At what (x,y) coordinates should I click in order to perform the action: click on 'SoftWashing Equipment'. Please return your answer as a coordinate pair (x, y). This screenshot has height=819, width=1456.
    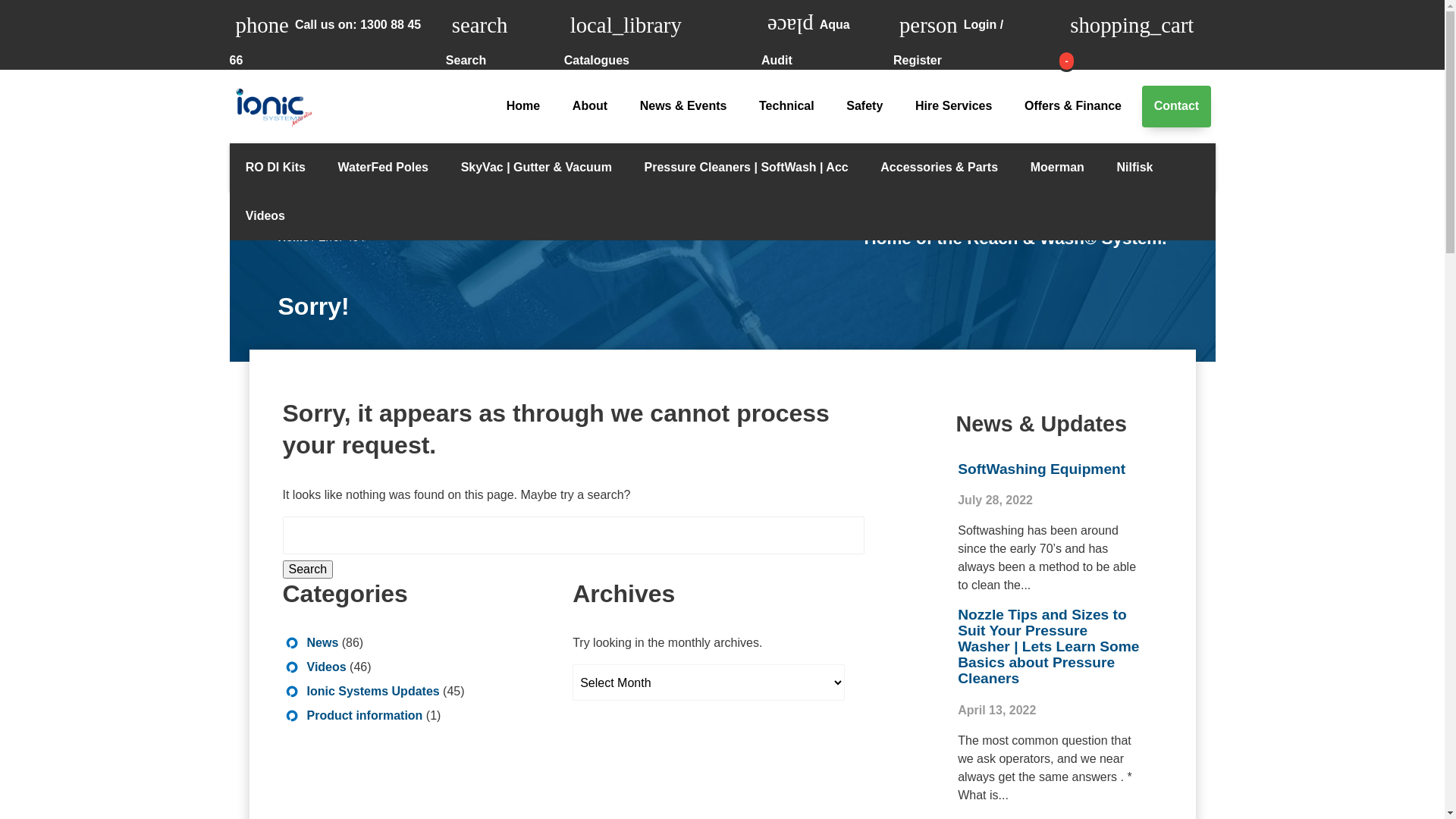
    Looking at the image, I should click on (956, 468).